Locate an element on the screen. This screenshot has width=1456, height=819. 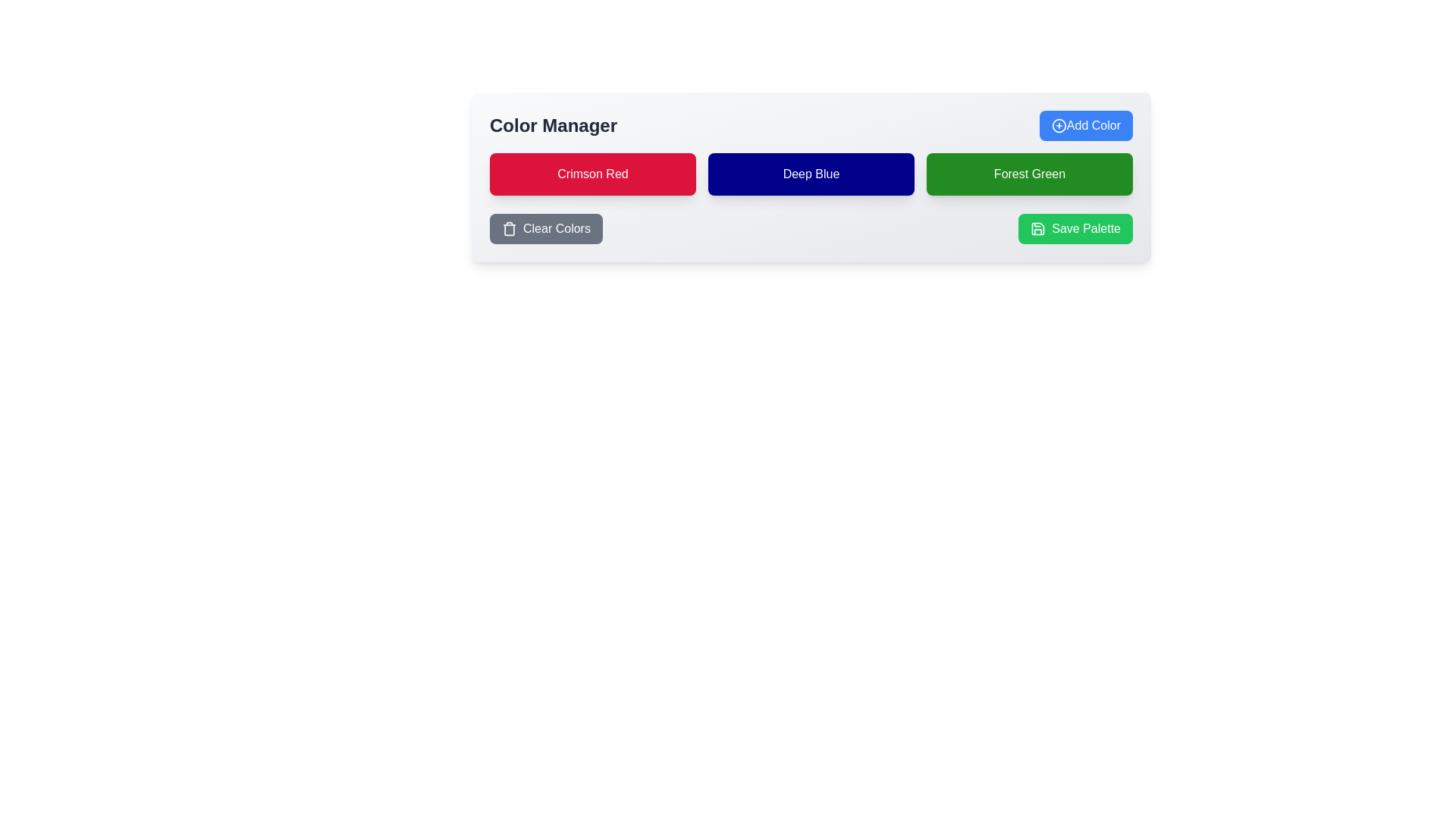
the non-interactive text label indicating the color 'Crimson Red', which is located within the button in the 'Color Manager' section, specifically the first button from the left is located at coordinates (592, 174).